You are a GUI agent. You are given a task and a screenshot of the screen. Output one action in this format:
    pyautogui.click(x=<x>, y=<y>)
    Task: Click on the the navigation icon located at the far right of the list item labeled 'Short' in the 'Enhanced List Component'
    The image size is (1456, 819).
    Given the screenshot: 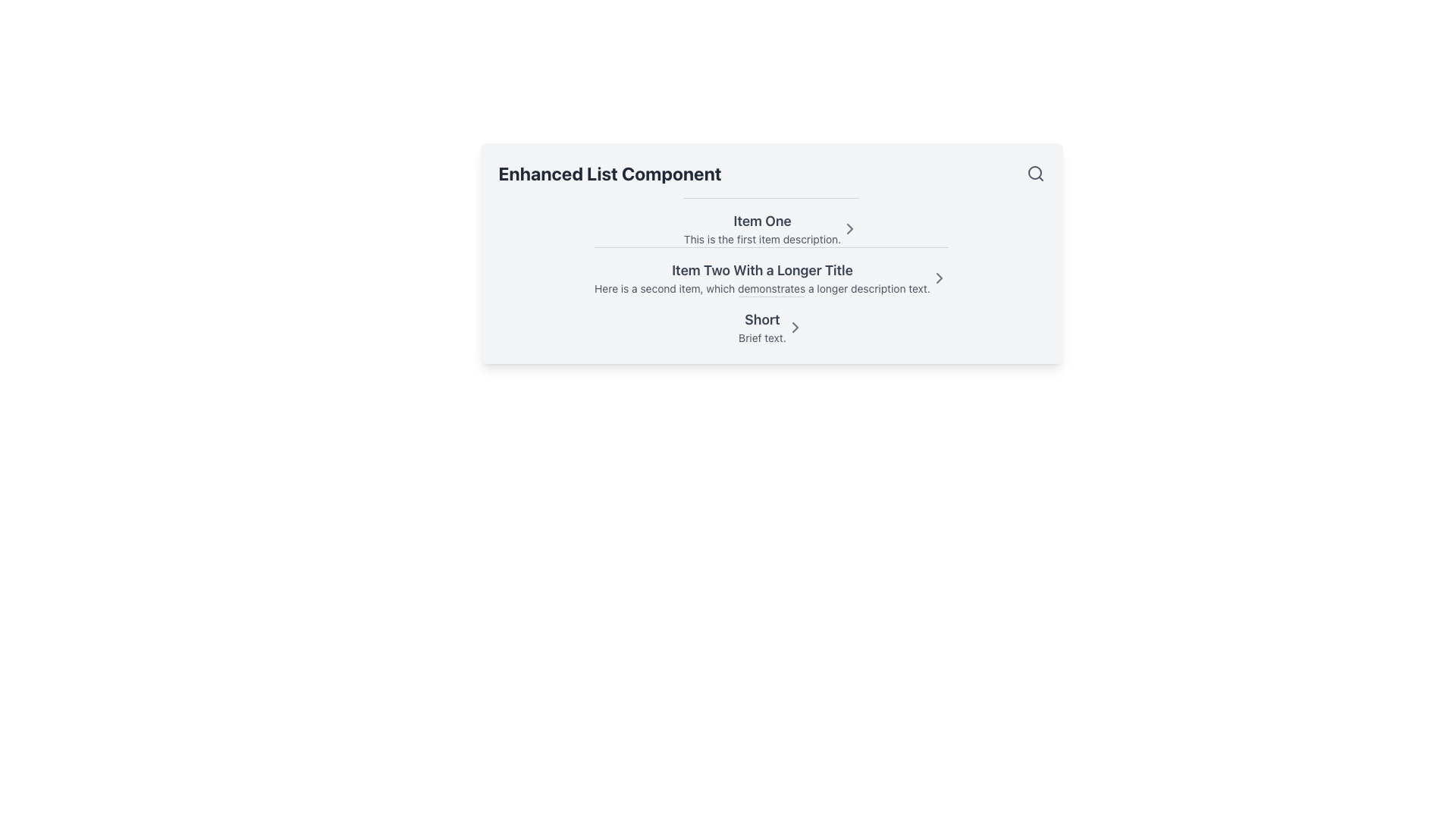 What is the action you would take?
    pyautogui.click(x=794, y=327)
    